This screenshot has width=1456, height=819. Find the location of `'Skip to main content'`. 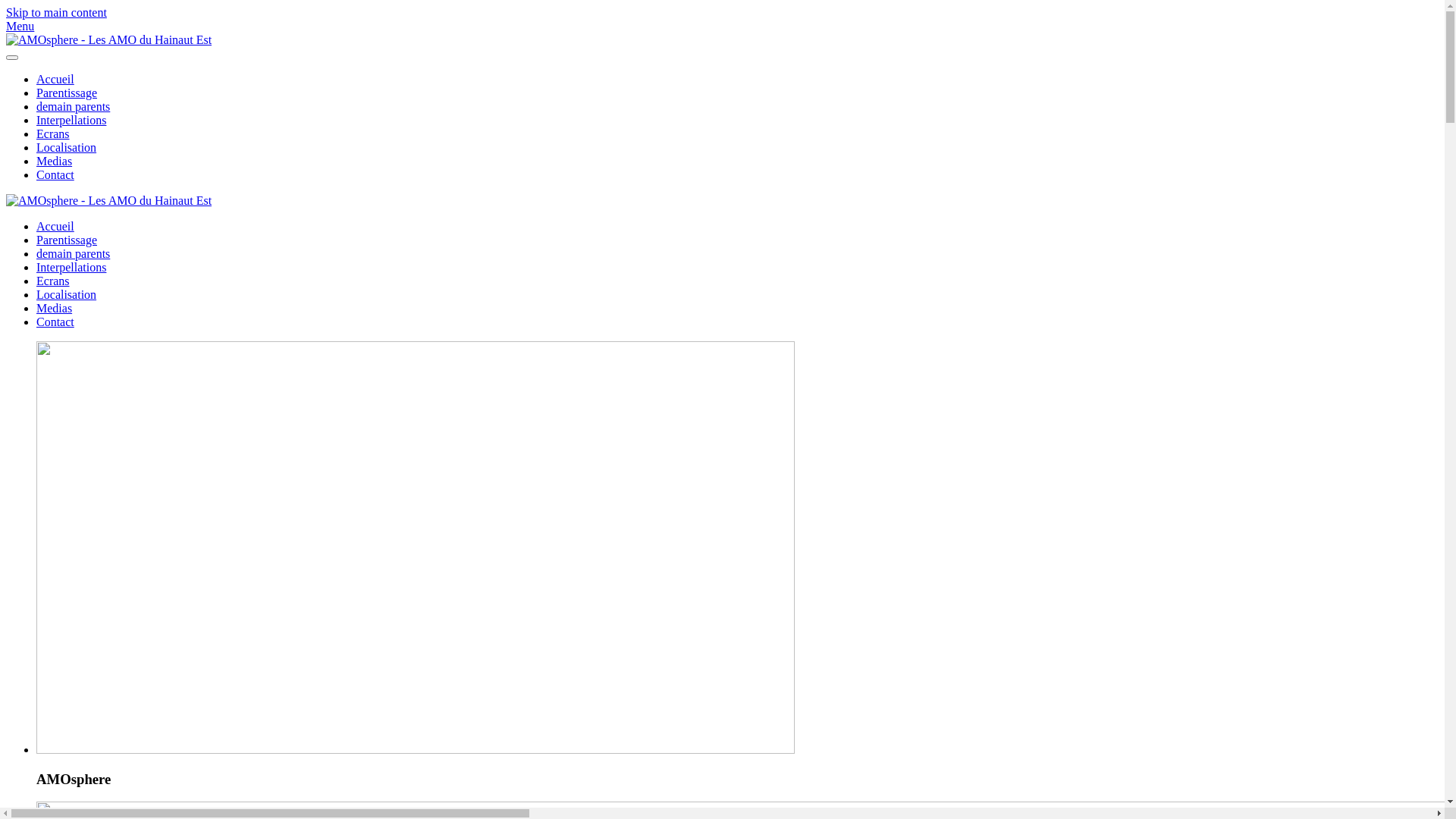

'Skip to main content' is located at coordinates (56, 12).